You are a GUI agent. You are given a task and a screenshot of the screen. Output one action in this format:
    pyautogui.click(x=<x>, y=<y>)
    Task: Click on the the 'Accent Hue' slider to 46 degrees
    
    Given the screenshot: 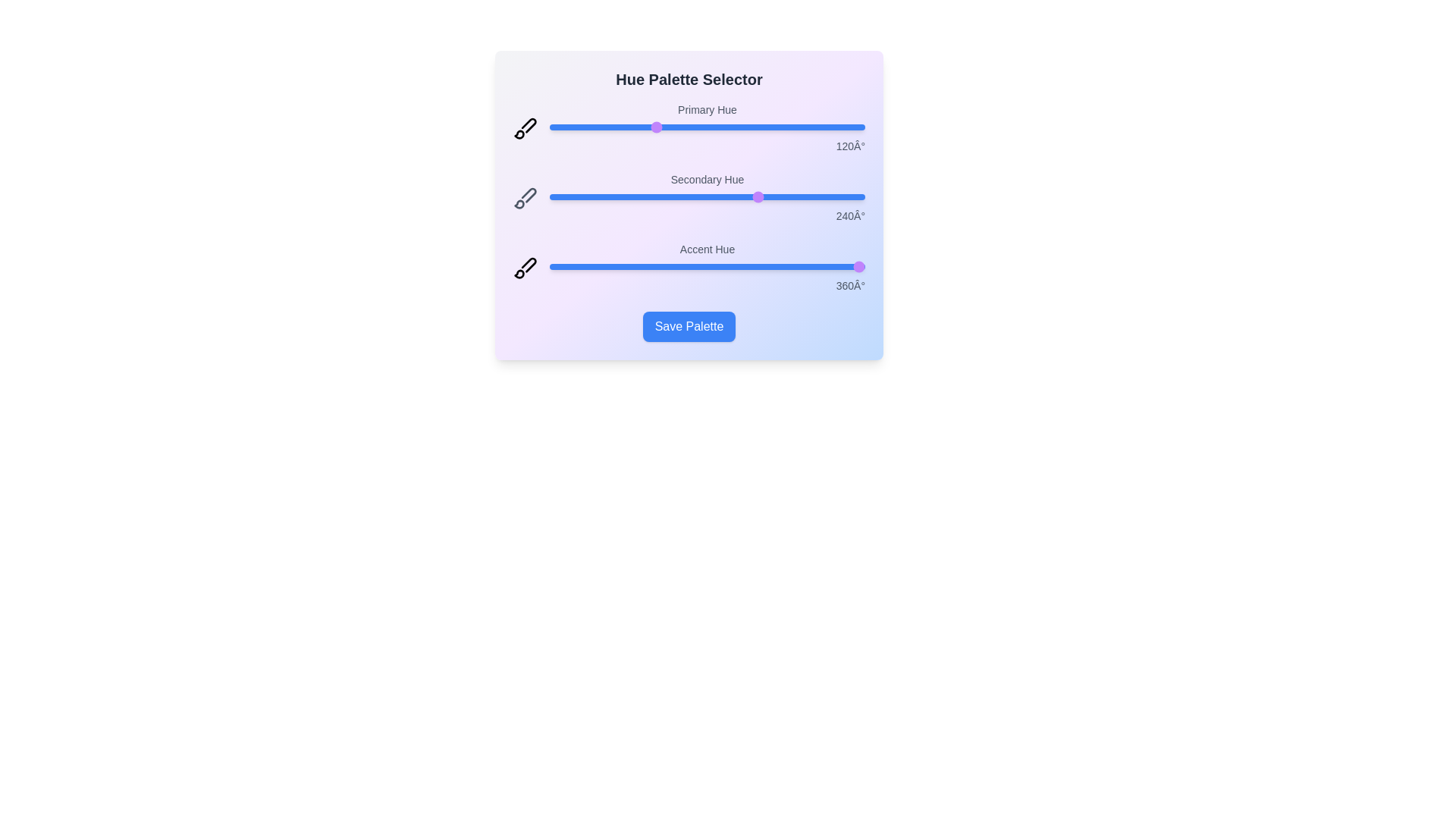 What is the action you would take?
    pyautogui.click(x=589, y=265)
    